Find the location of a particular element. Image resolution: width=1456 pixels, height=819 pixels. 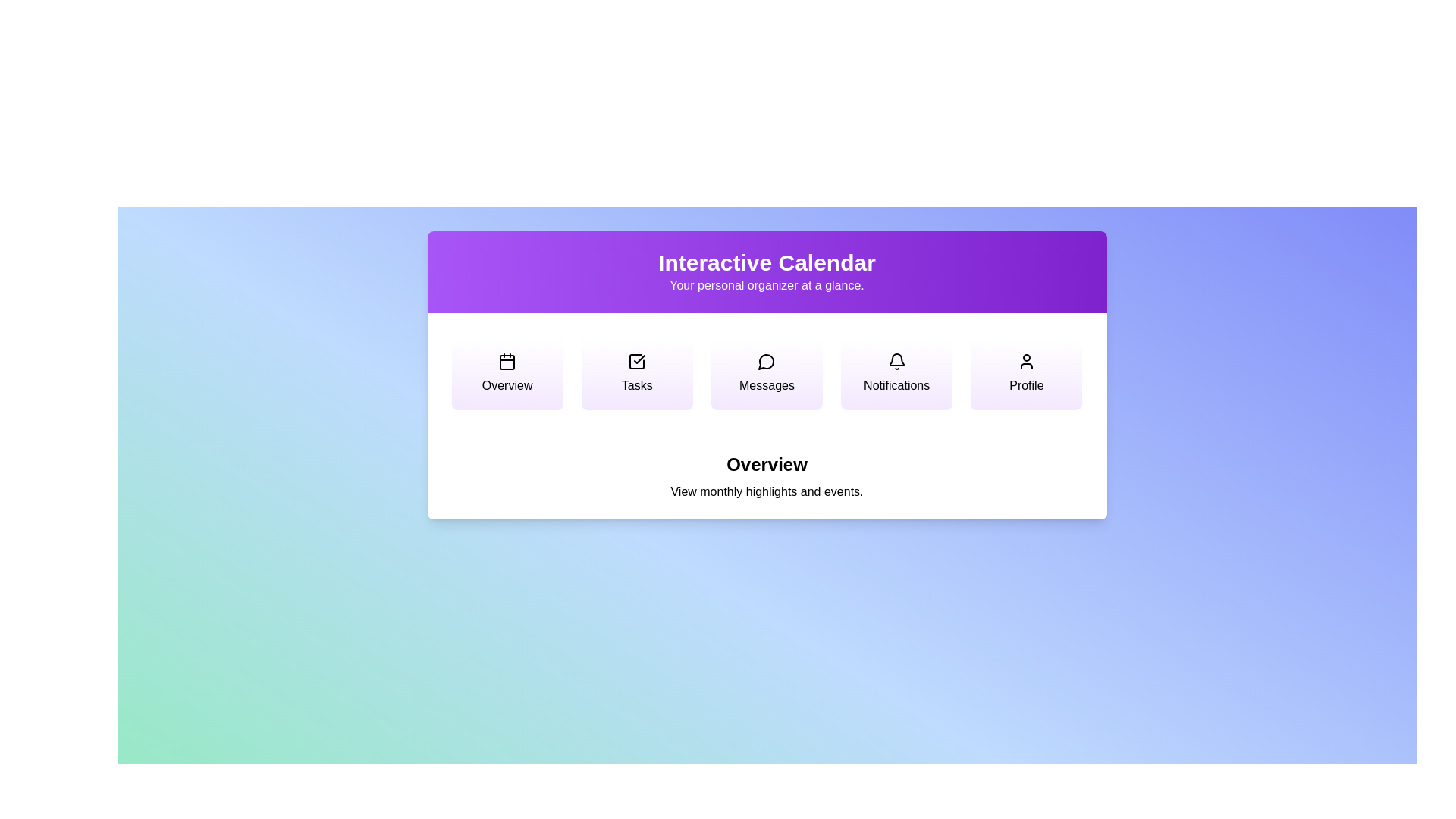

the menu option corresponding to Overview to switch views is located at coordinates (507, 374).